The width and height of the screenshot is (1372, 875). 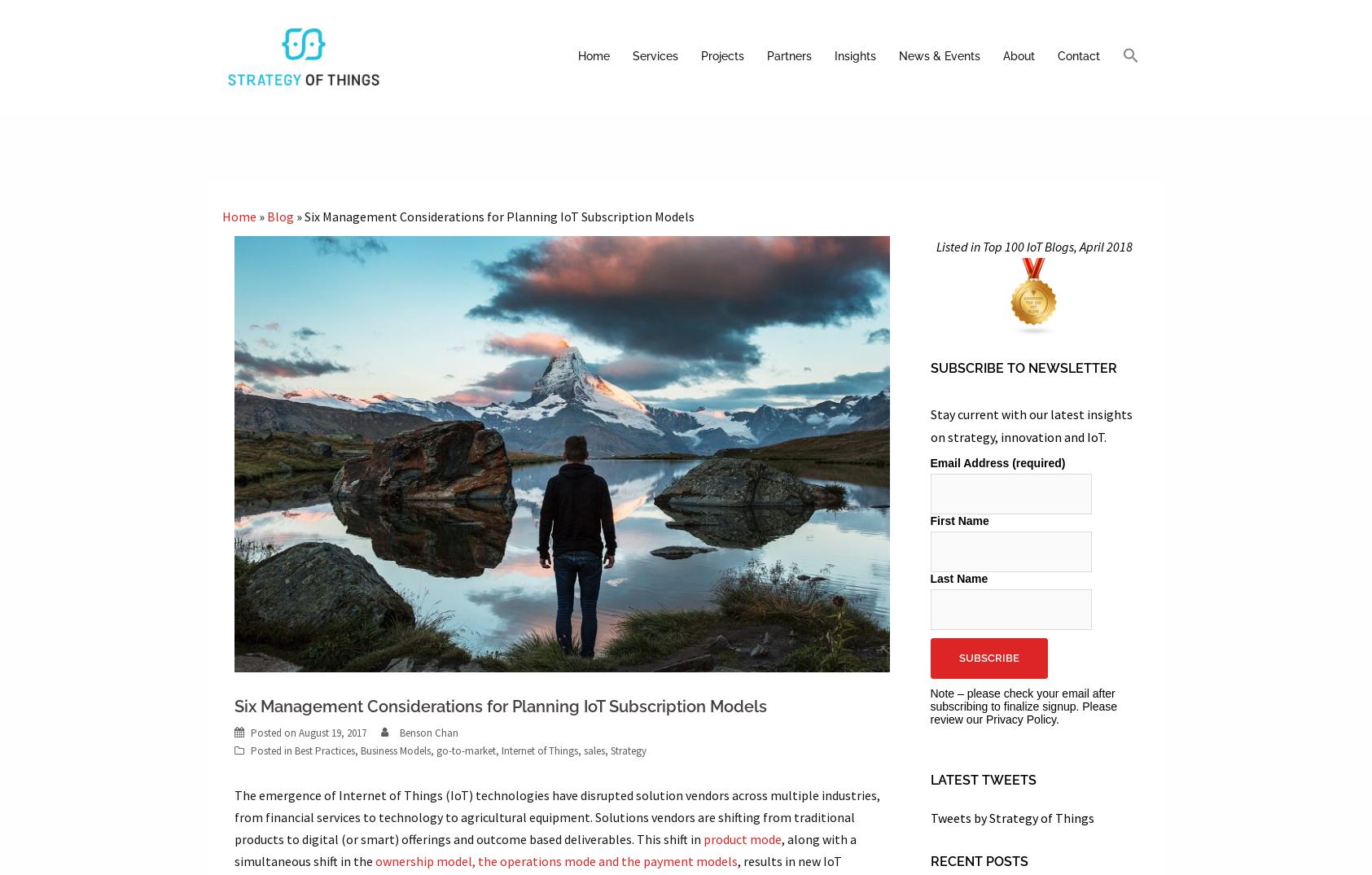 I want to click on 'Posted in', so click(x=271, y=749).